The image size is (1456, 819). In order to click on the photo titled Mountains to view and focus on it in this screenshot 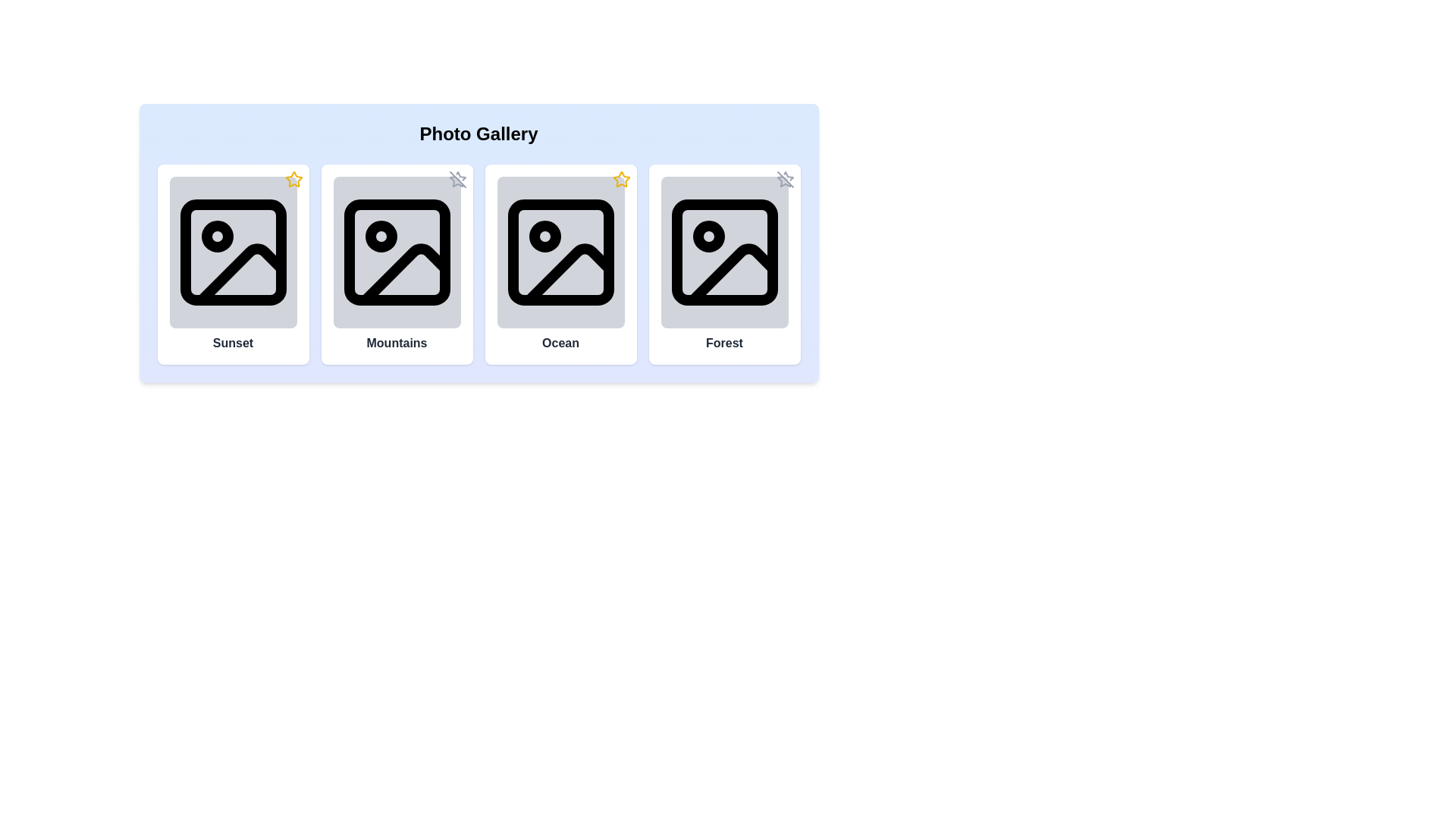, I will do `click(397, 251)`.